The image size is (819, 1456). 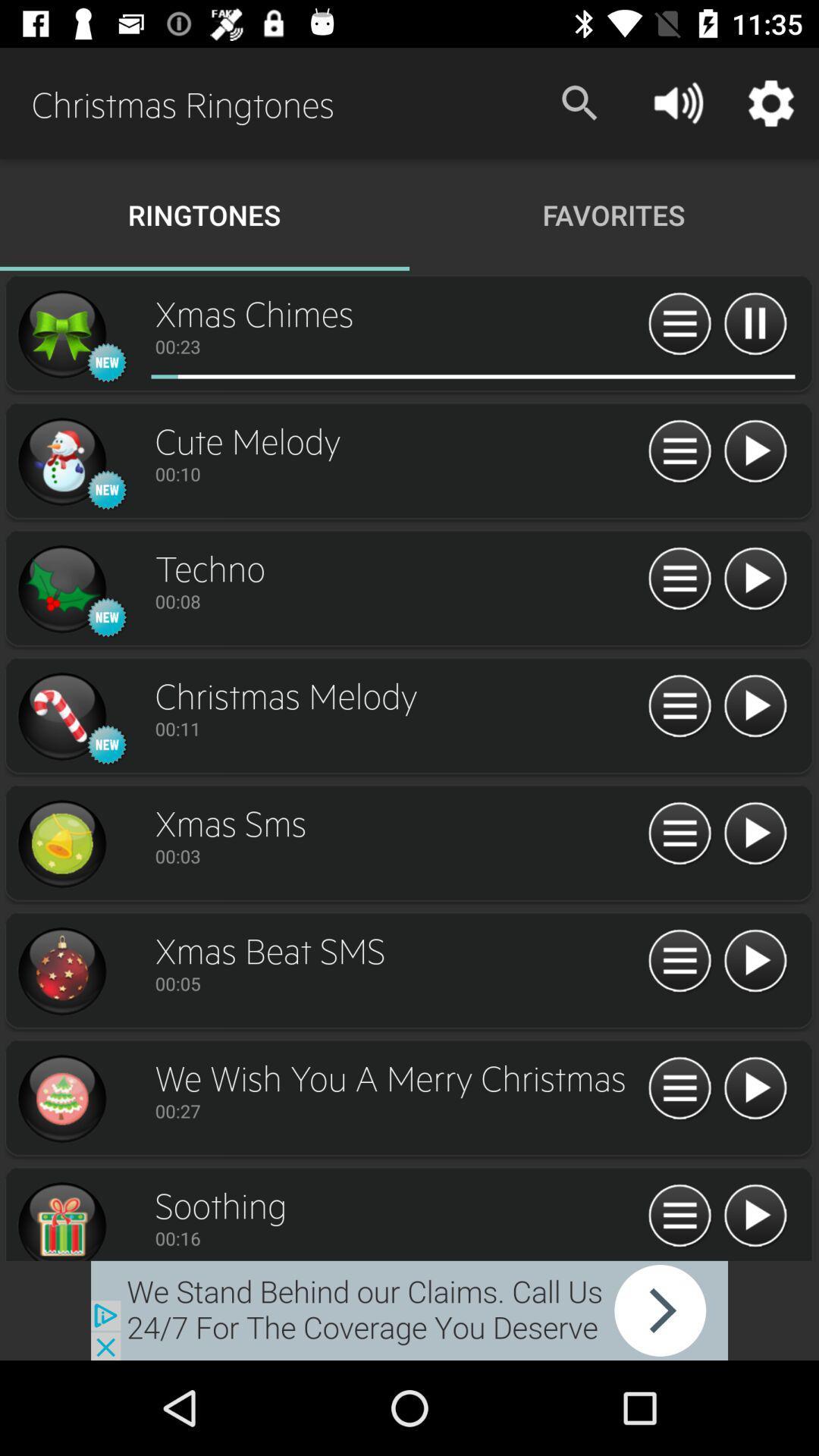 I want to click on costumes, so click(x=679, y=1216).